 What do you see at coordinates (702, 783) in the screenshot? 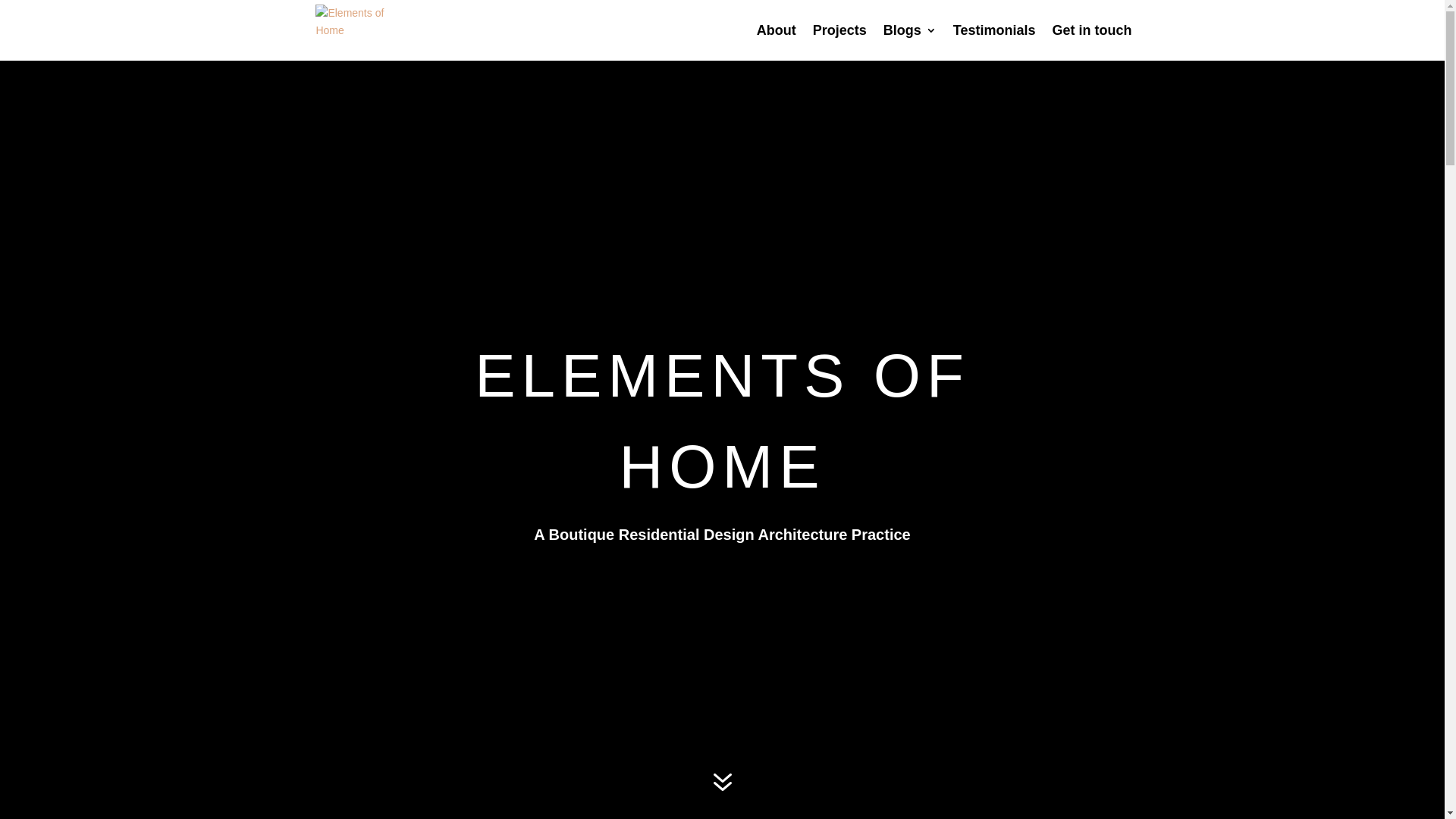
I see `'7'` at bounding box center [702, 783].